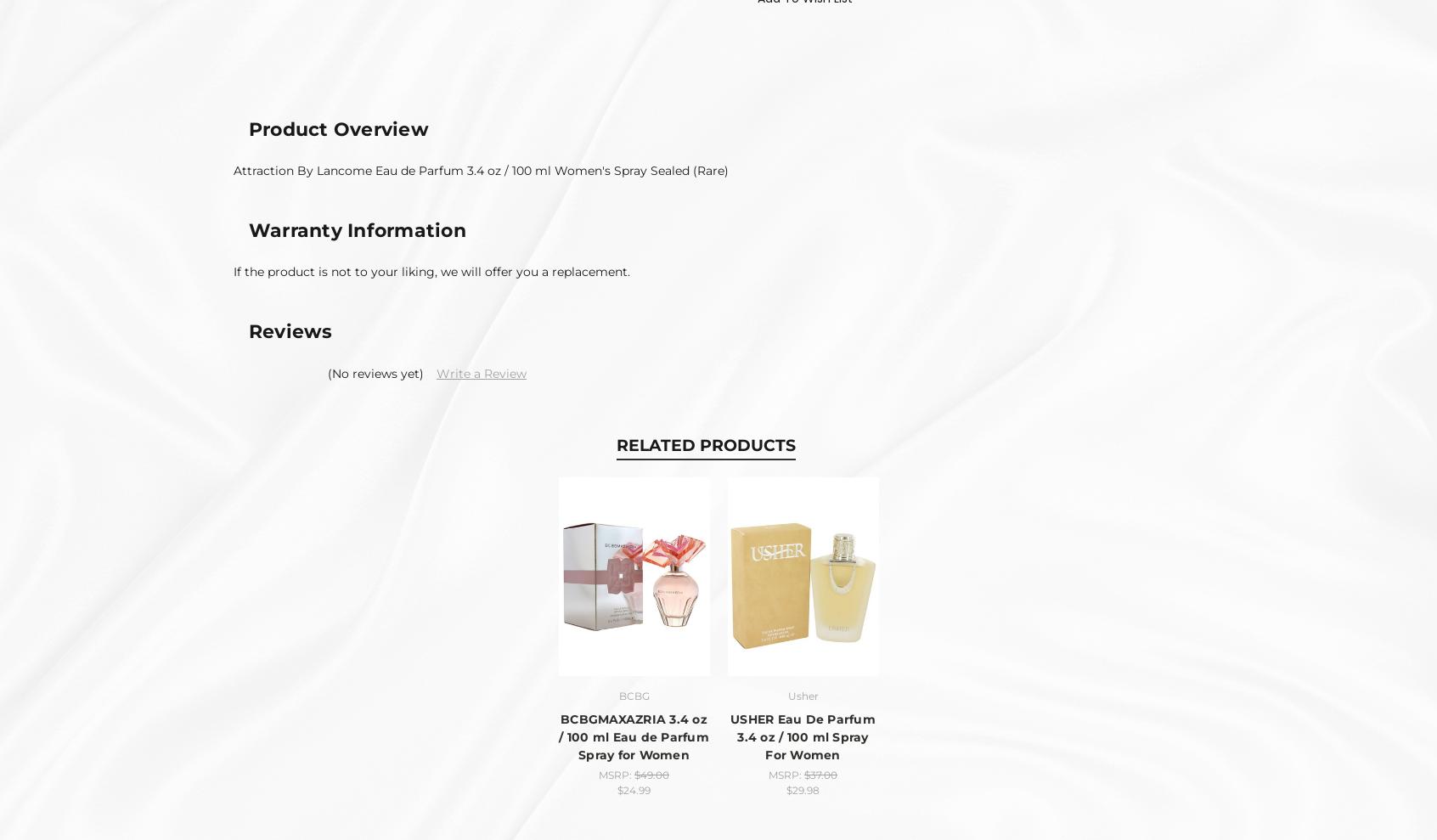 The height and width of the screenshot is (840, 1437). What do you see at coordinates (244, 632) in the screenshot?
I see `'Sitemap'` at bounding box center [244, 632].